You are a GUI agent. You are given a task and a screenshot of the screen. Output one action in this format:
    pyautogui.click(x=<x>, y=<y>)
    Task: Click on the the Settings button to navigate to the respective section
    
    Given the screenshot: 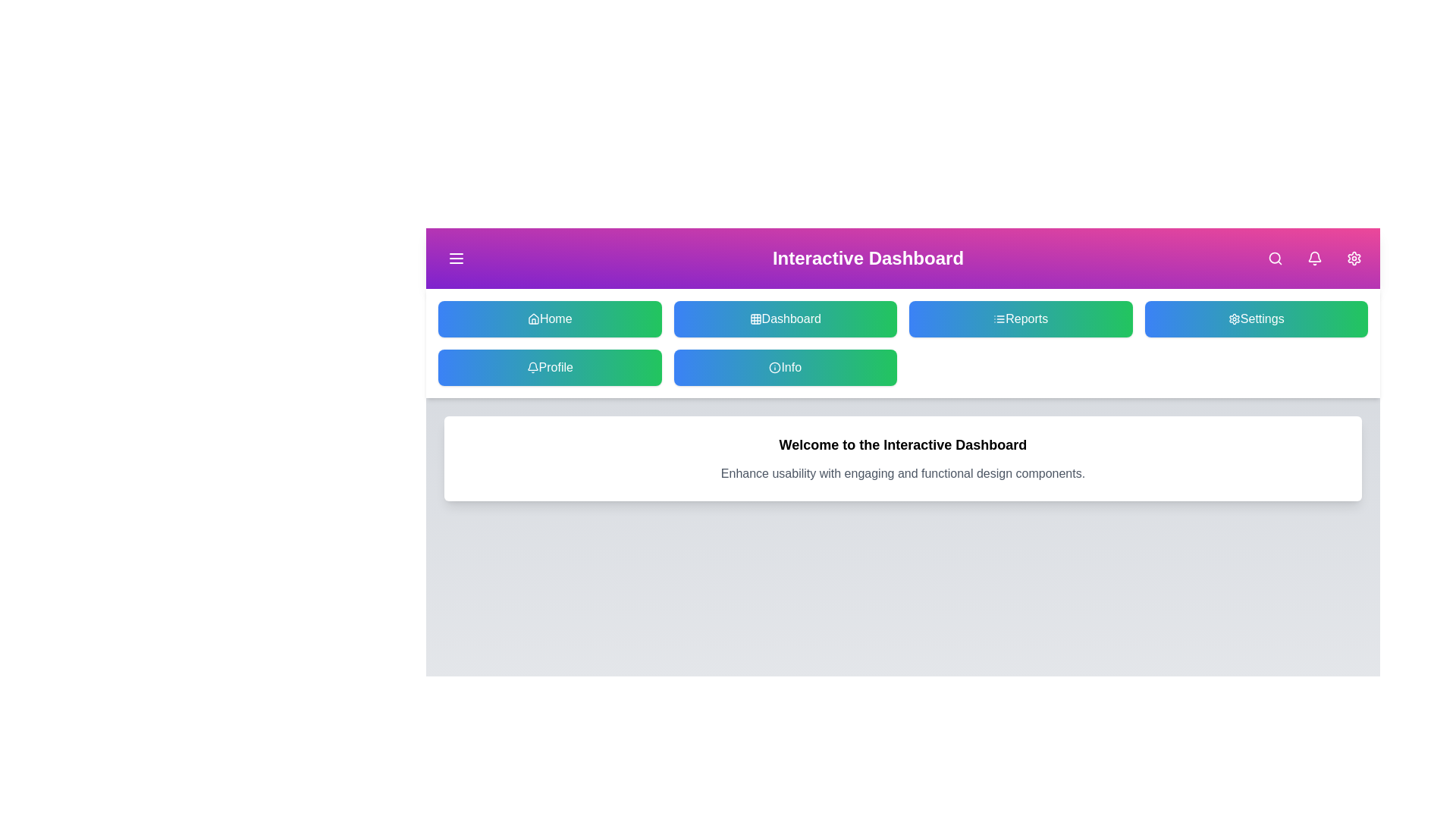 What is the action you would take?
    pyautogui.click(x=1256, y=318)
    